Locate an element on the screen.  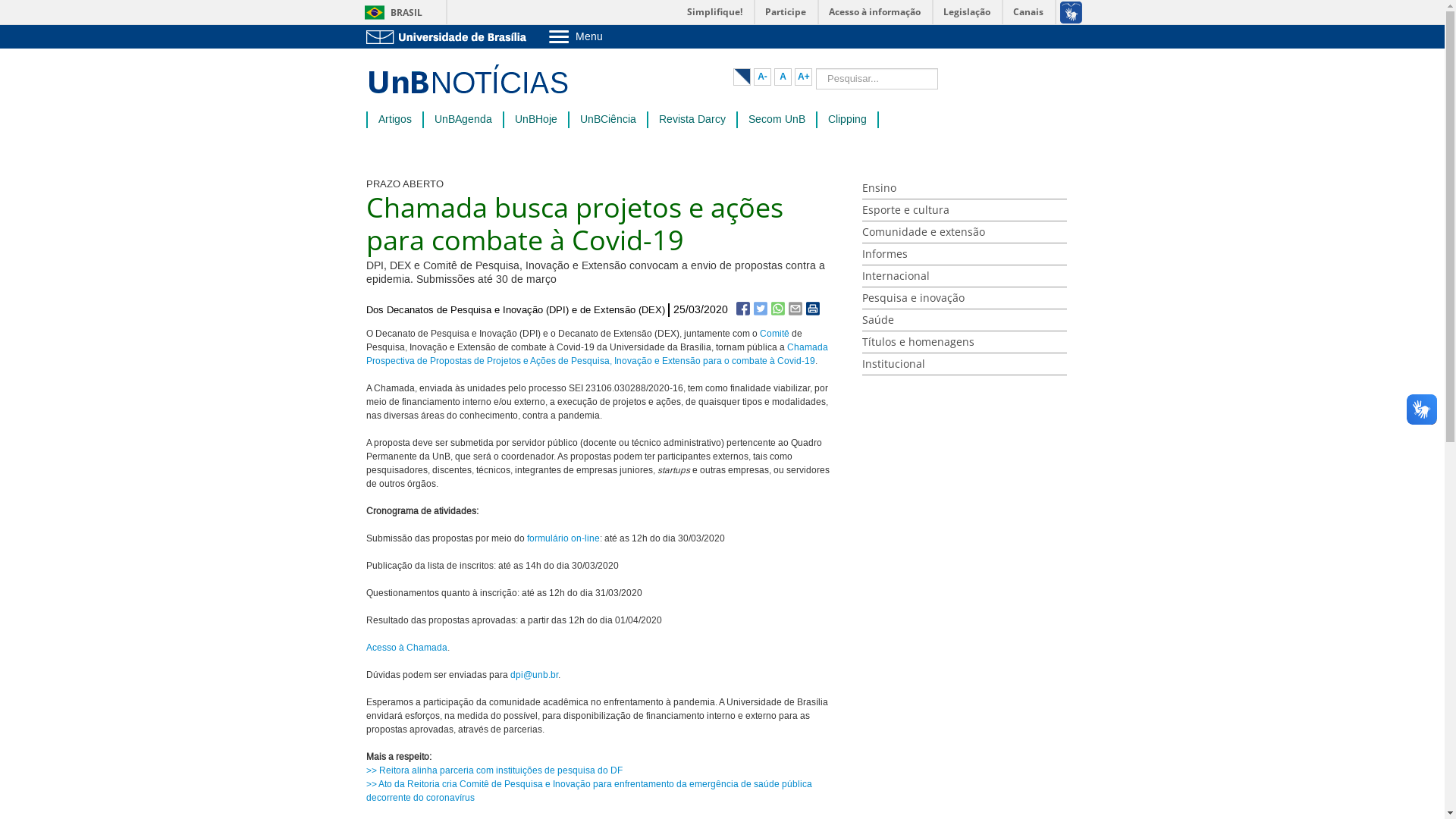
'A-' is located at coordinates (762, 77).